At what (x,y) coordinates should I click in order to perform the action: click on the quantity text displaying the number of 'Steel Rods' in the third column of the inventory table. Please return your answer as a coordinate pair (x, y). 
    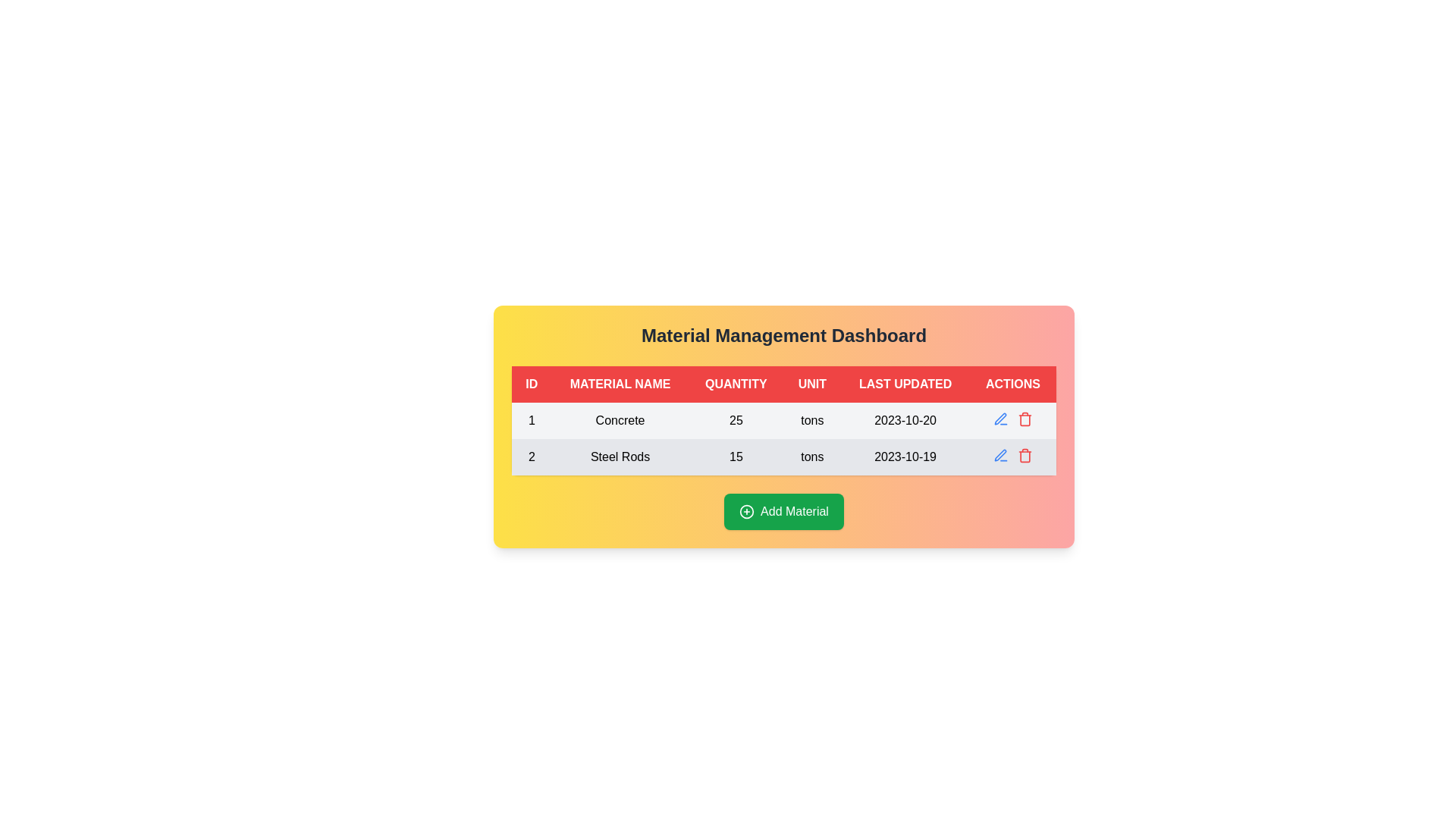
    Looking at the image, I should click on (736, 456).